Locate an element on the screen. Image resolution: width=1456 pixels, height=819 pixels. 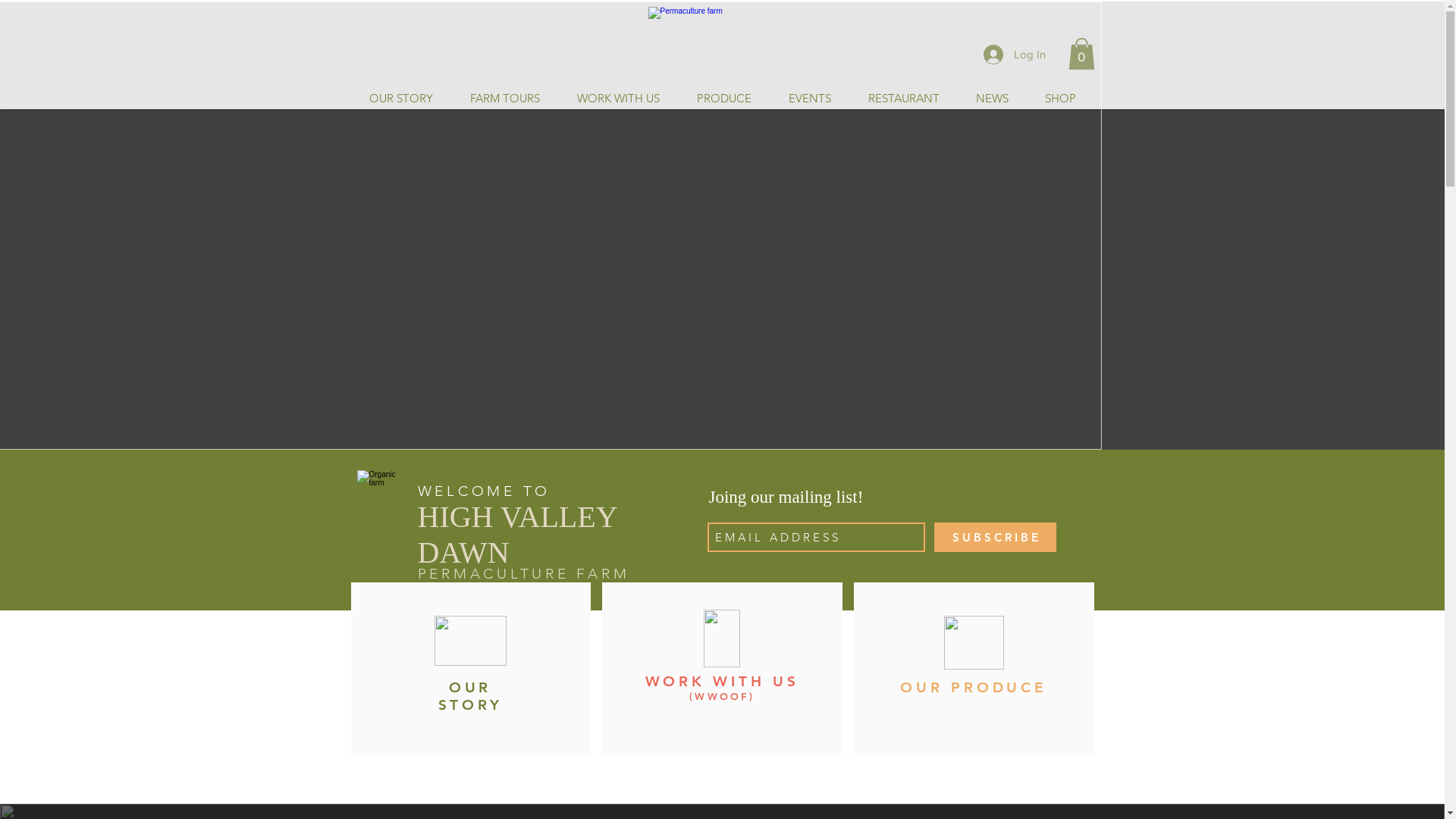
'EVENTS' is located at coordinates (808, 99).